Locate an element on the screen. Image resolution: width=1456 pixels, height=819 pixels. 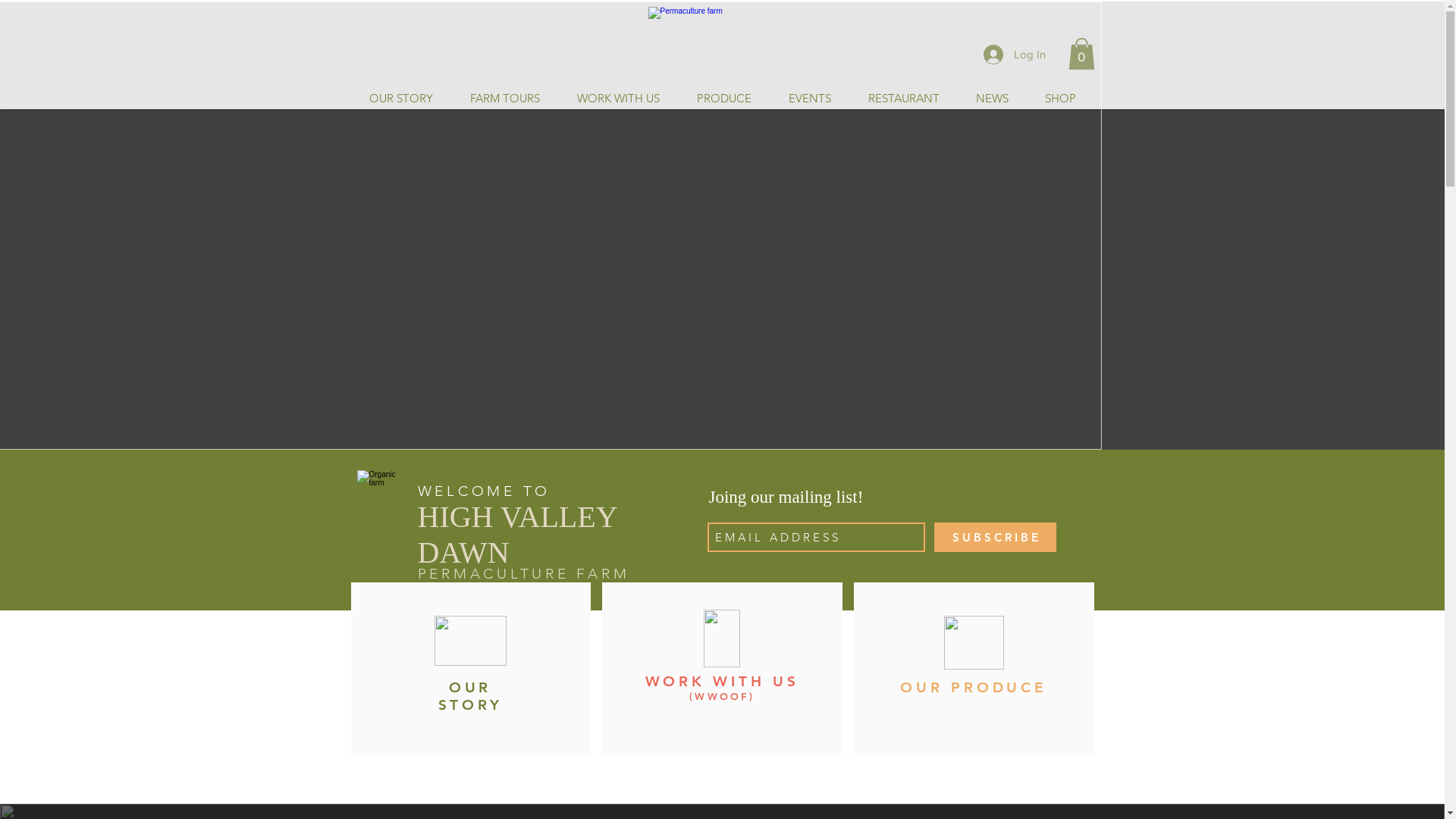
'EVENTS' is located at coordinates (808, 99).